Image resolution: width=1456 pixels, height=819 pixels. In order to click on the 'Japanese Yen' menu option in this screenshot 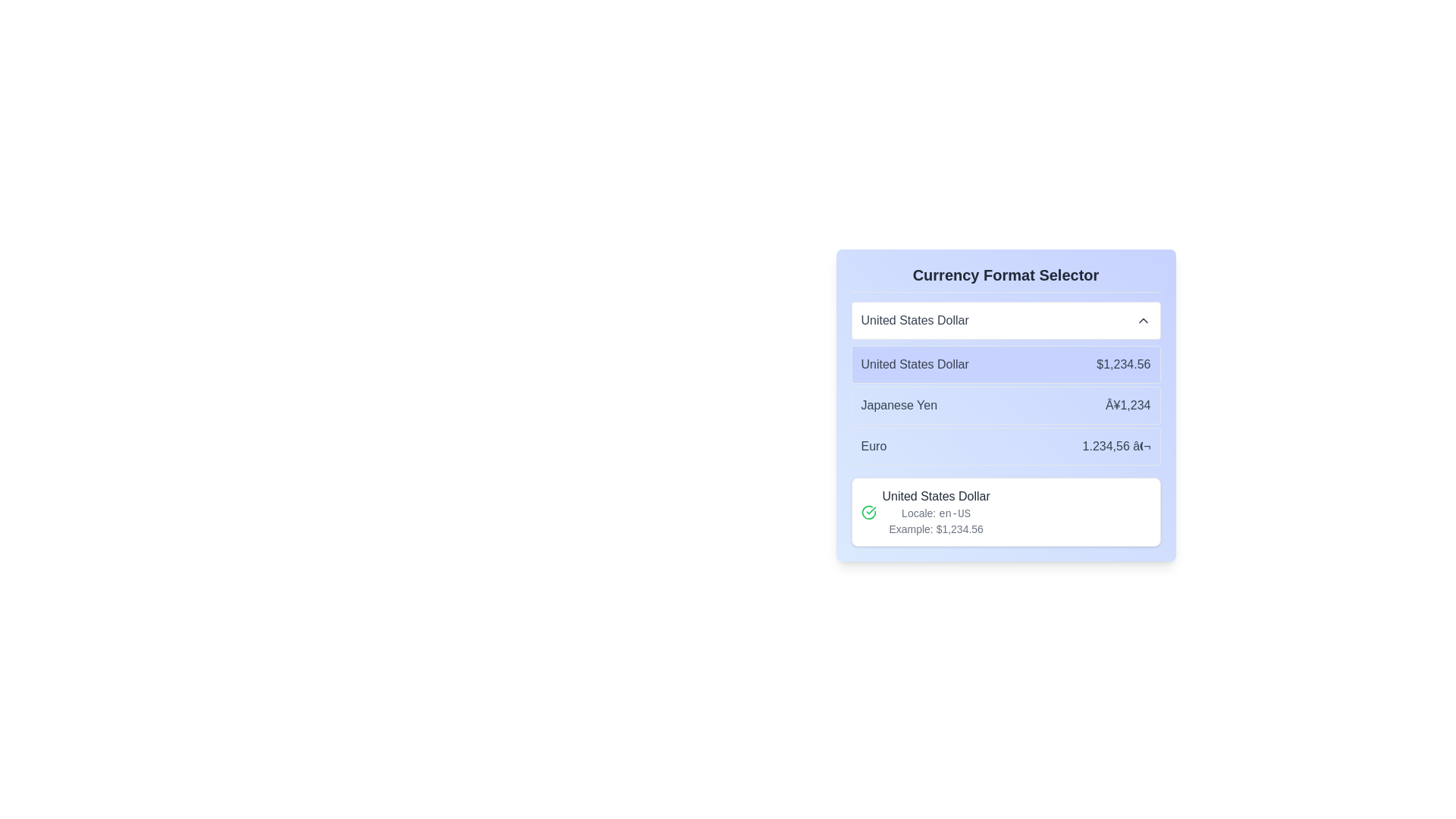, I will do `click(1006, 405)`.